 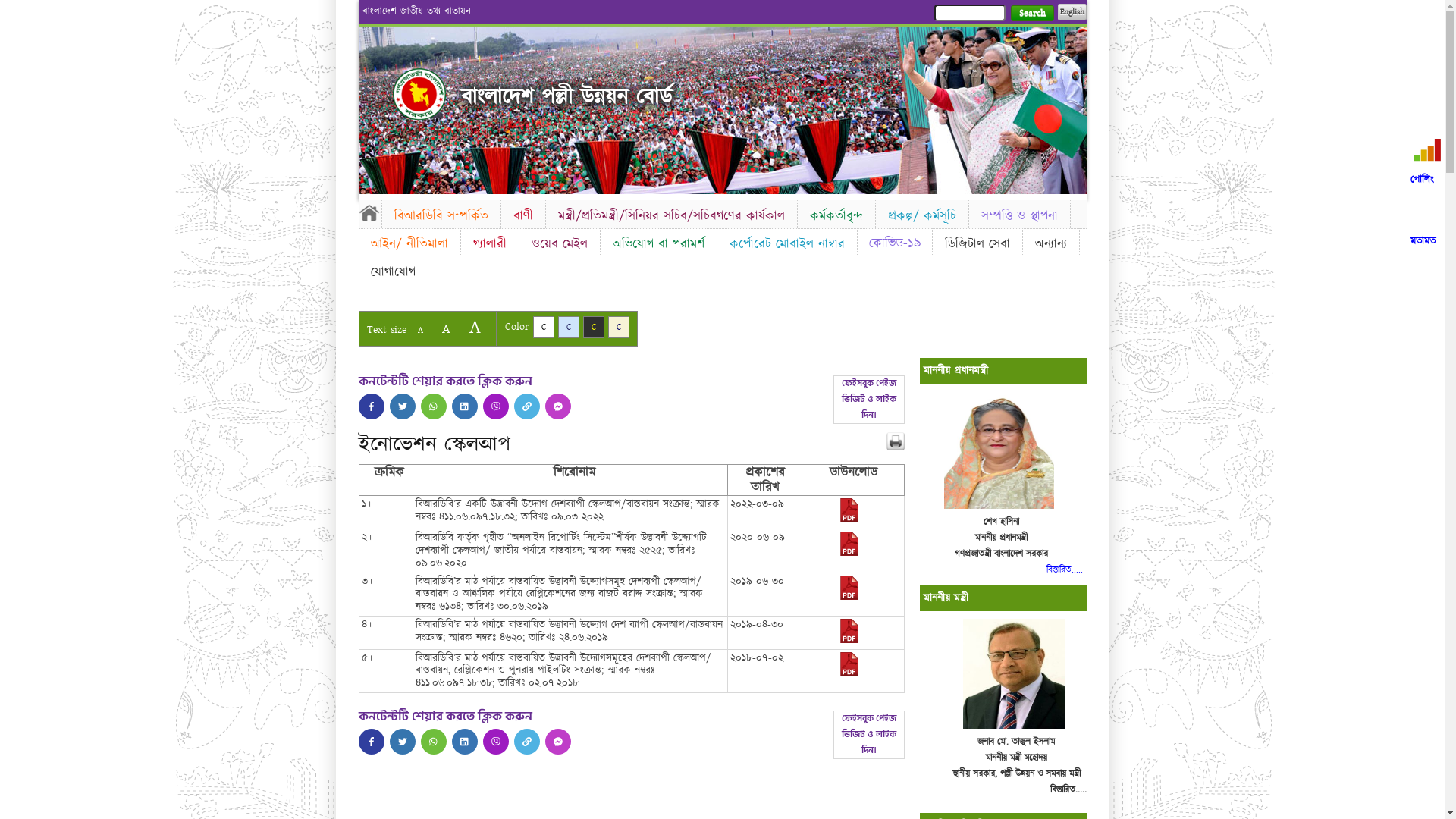 What do you see at coordinates (1031, 13) in the screenshot?
I see `'Search'` at bounding box center [1031, 13].